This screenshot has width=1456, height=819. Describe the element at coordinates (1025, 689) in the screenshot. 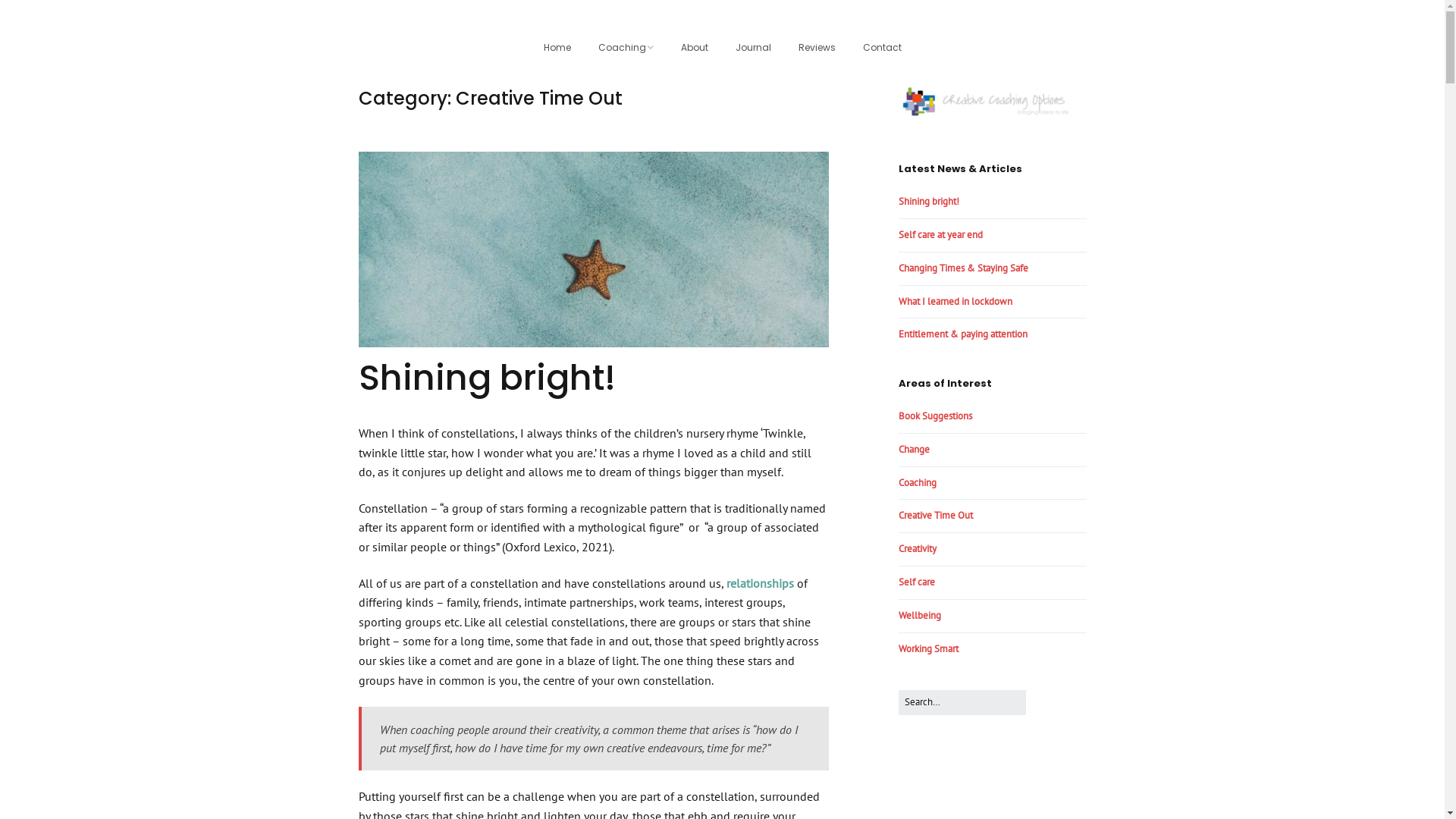

I see `'Search'` at that location.